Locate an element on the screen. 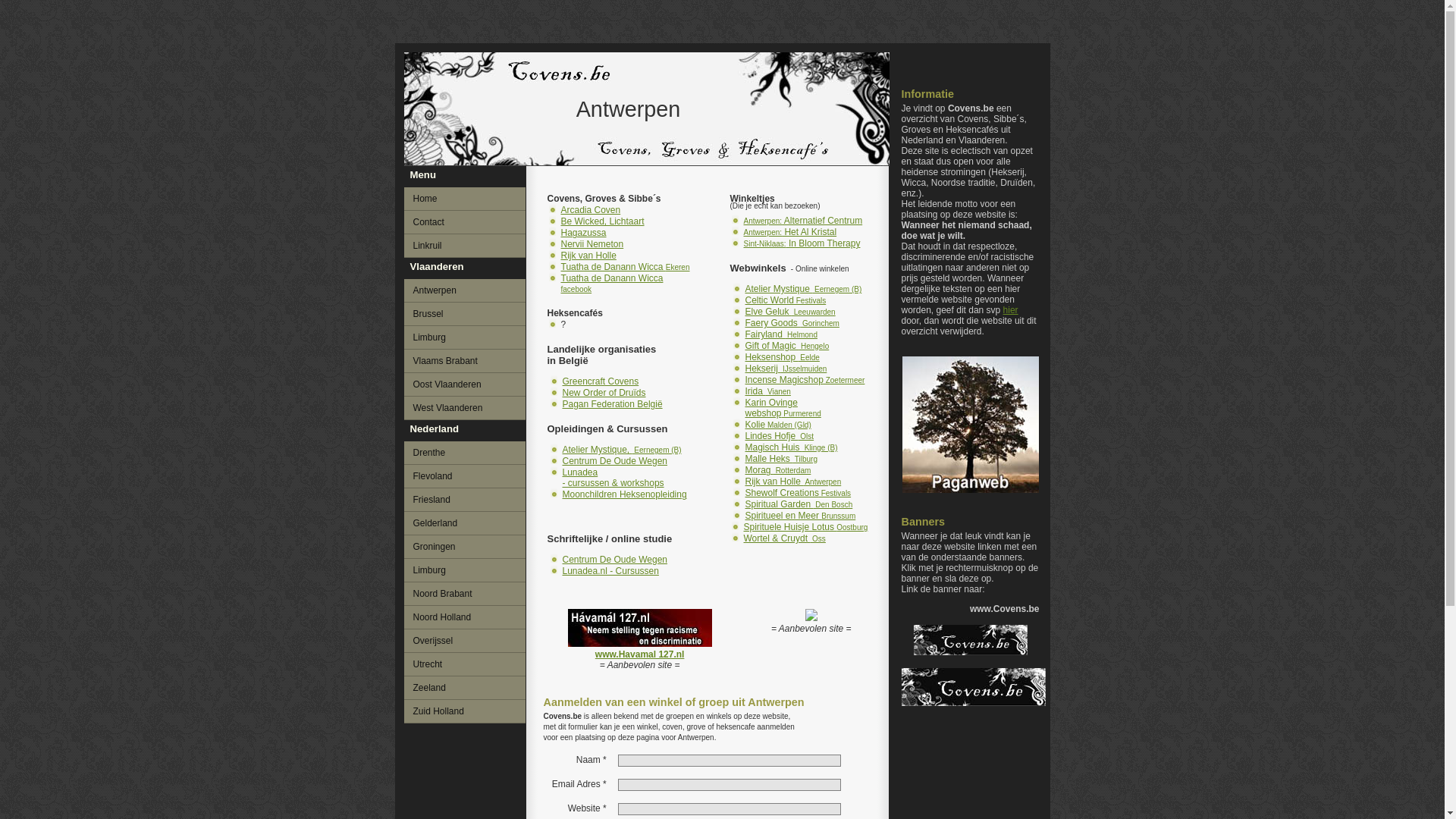  'Lunadea - cursussen & workshops' is located at coordinates (562, 476).